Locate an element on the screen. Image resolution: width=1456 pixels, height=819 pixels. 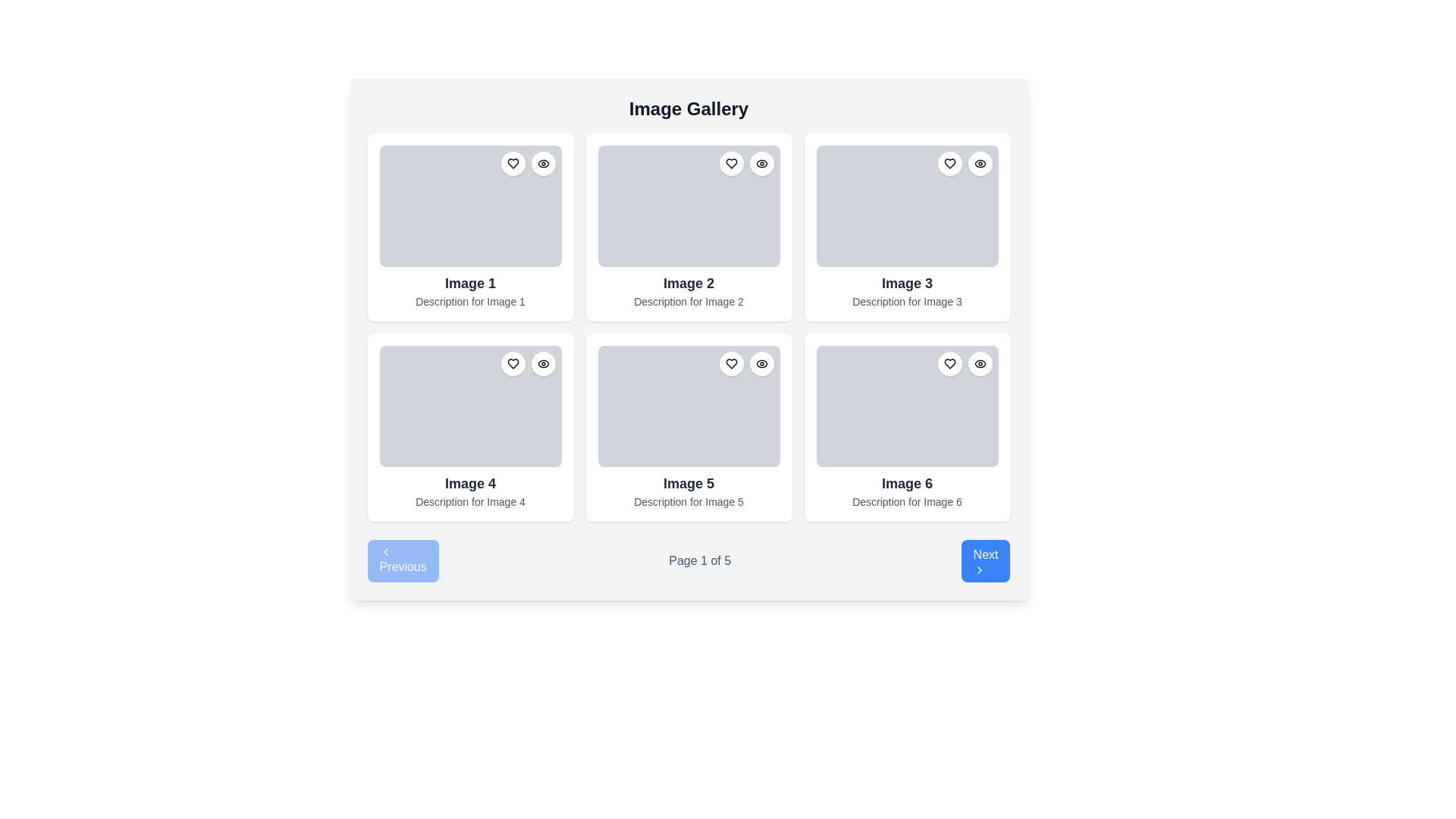
the 'like' icon located at the top-right corner of the circular button for 'Image 4' in the gallery to mark the image as a favorite is located at coordinates (513, 363).